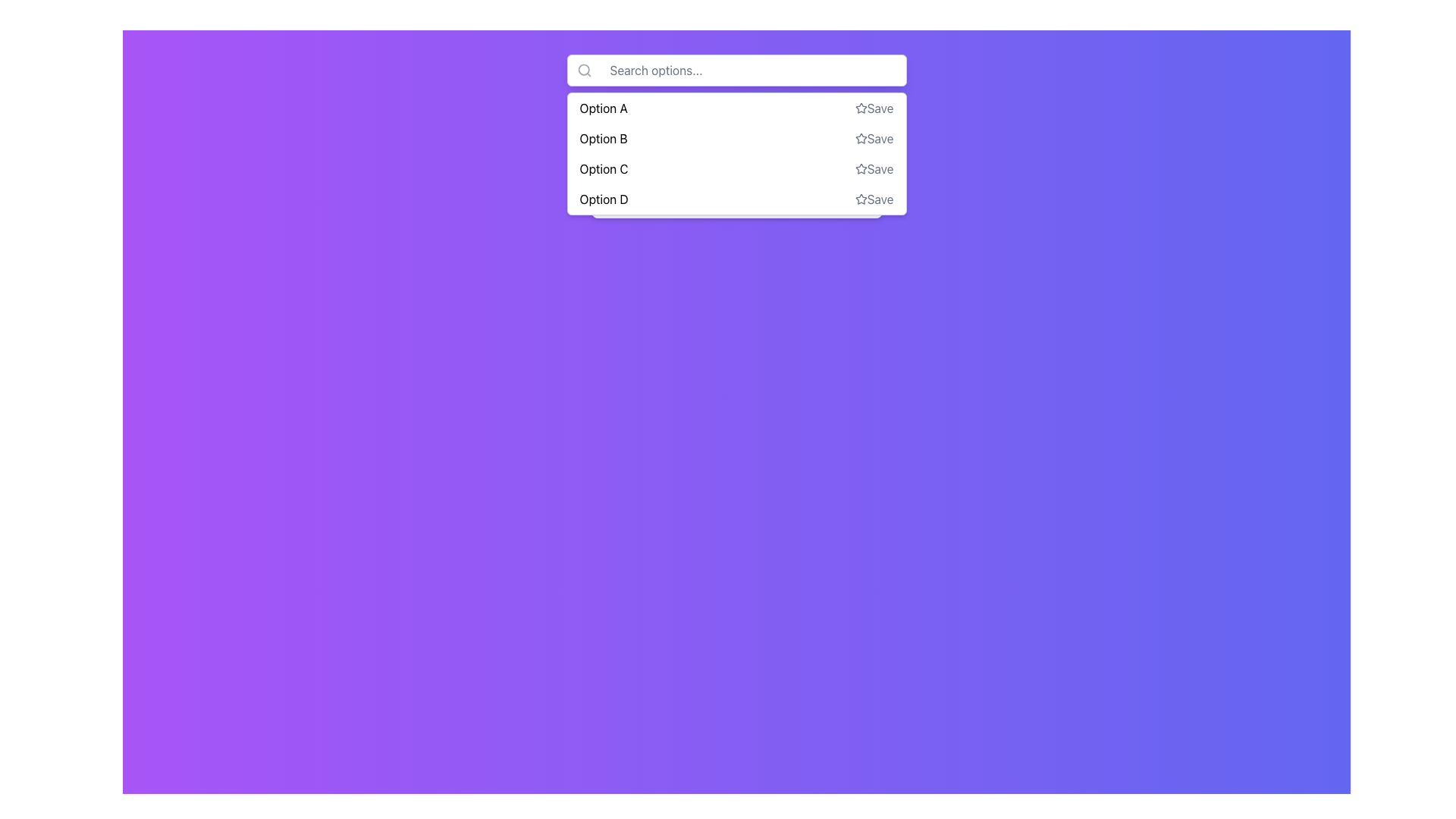  What do you see at coordinates (861, 138) in the screenshot?
I see `the star icon` at bounding box center [861, 138].